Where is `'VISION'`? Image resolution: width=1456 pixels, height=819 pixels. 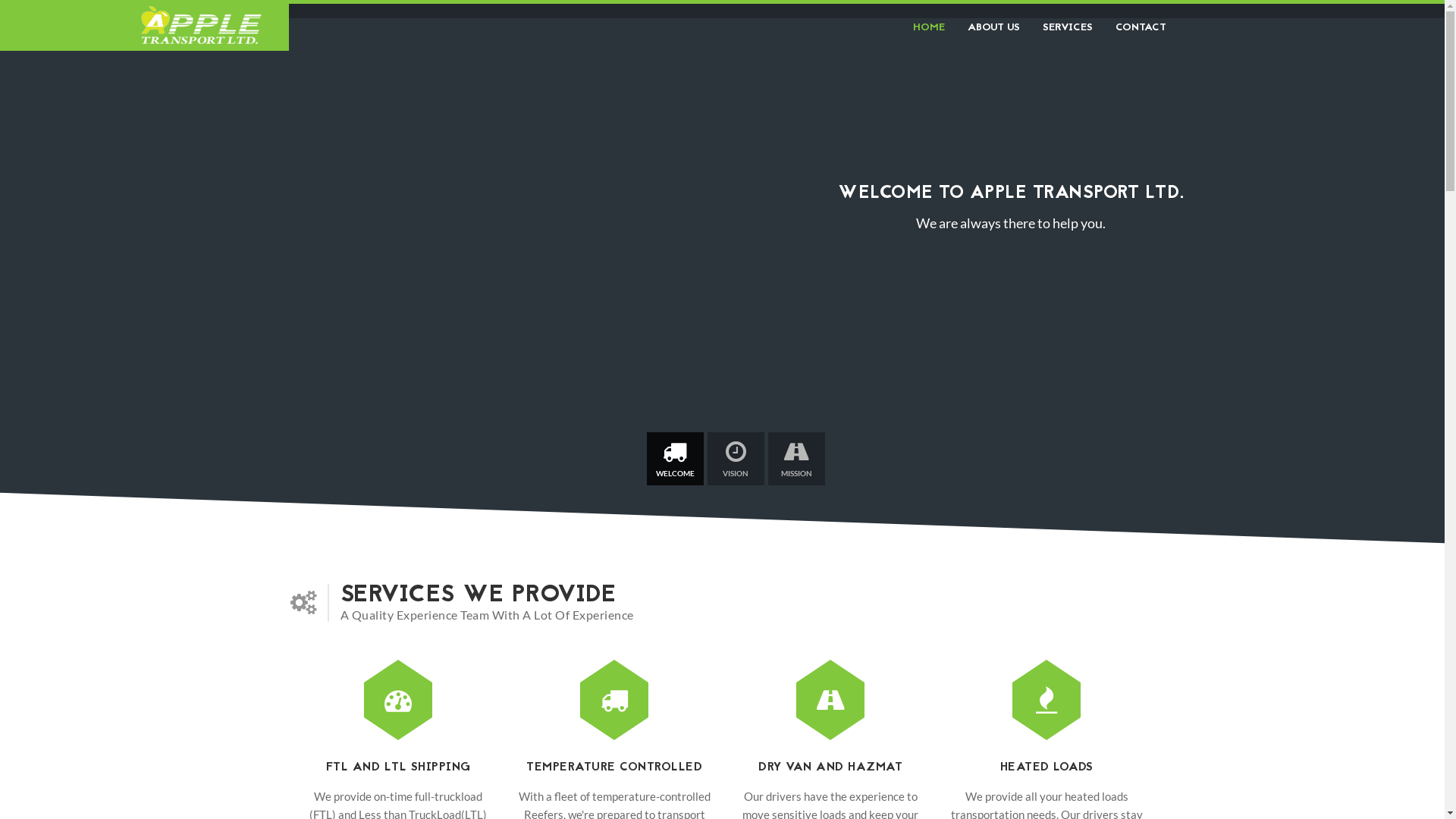 'VISION' is located at coordinates (735, 458).